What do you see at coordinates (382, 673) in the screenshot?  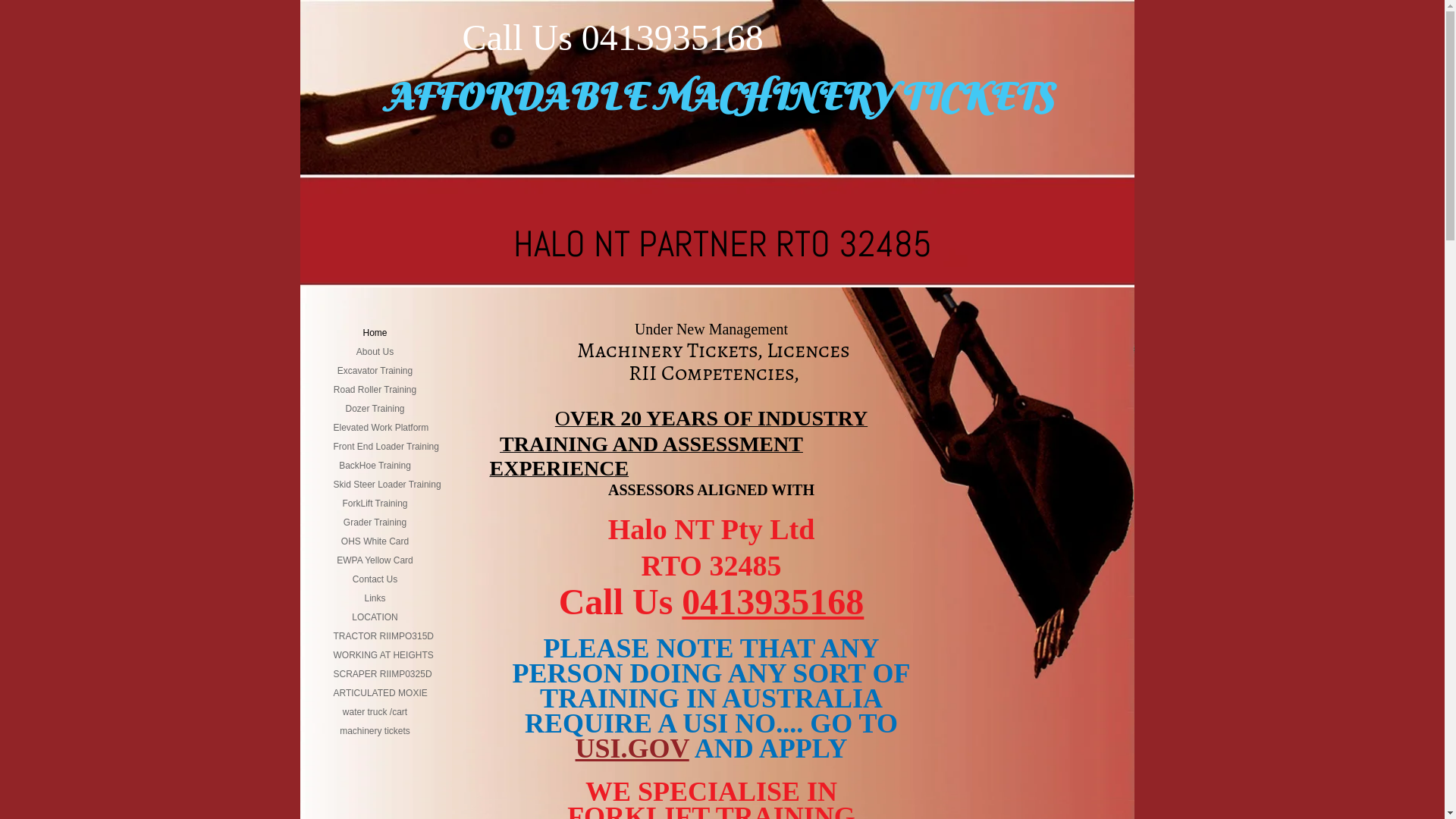 I see `'SCRAPER RIIMP0325D'` at bounding box center [382, 673].